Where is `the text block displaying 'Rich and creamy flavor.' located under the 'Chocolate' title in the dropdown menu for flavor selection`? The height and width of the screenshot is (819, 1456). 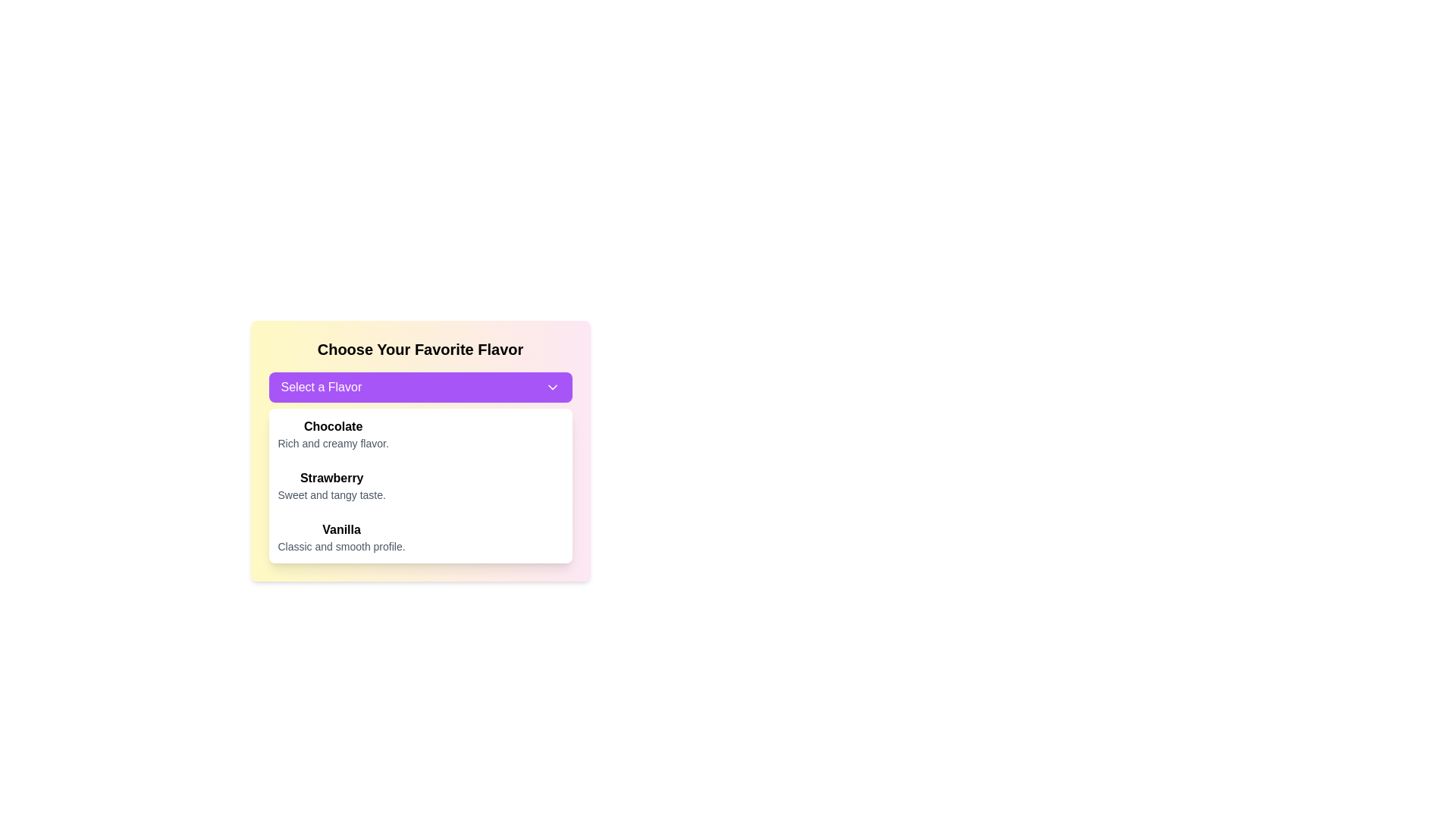
the text block displaying 'Rich and creamy flavor.' located under the 'Chocolate' title in the dropdown menu for flavor selection is located at coordinates (332, 444).